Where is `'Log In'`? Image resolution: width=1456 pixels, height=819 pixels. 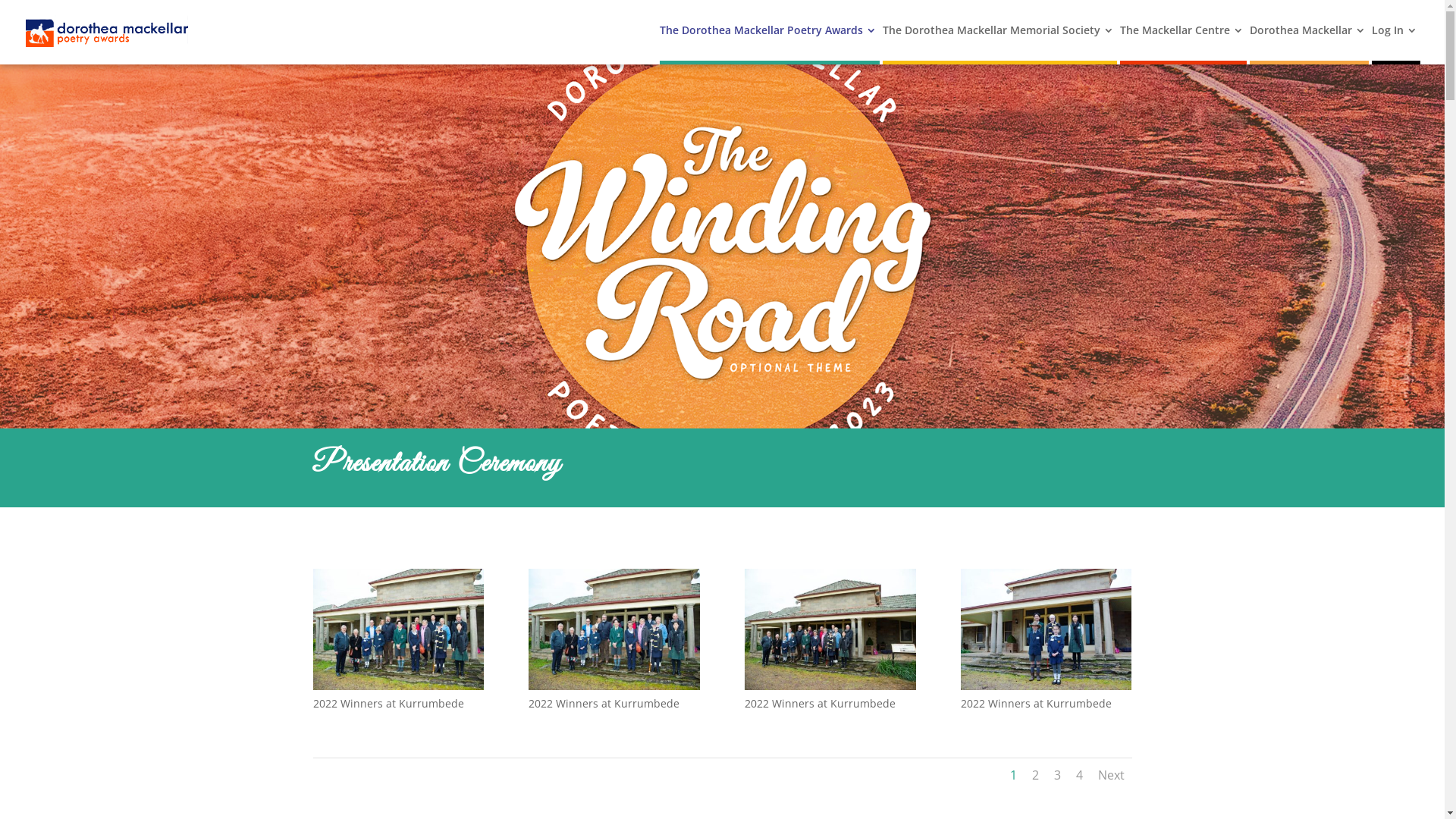 'Log In' is located at coordinates (1372, 42).